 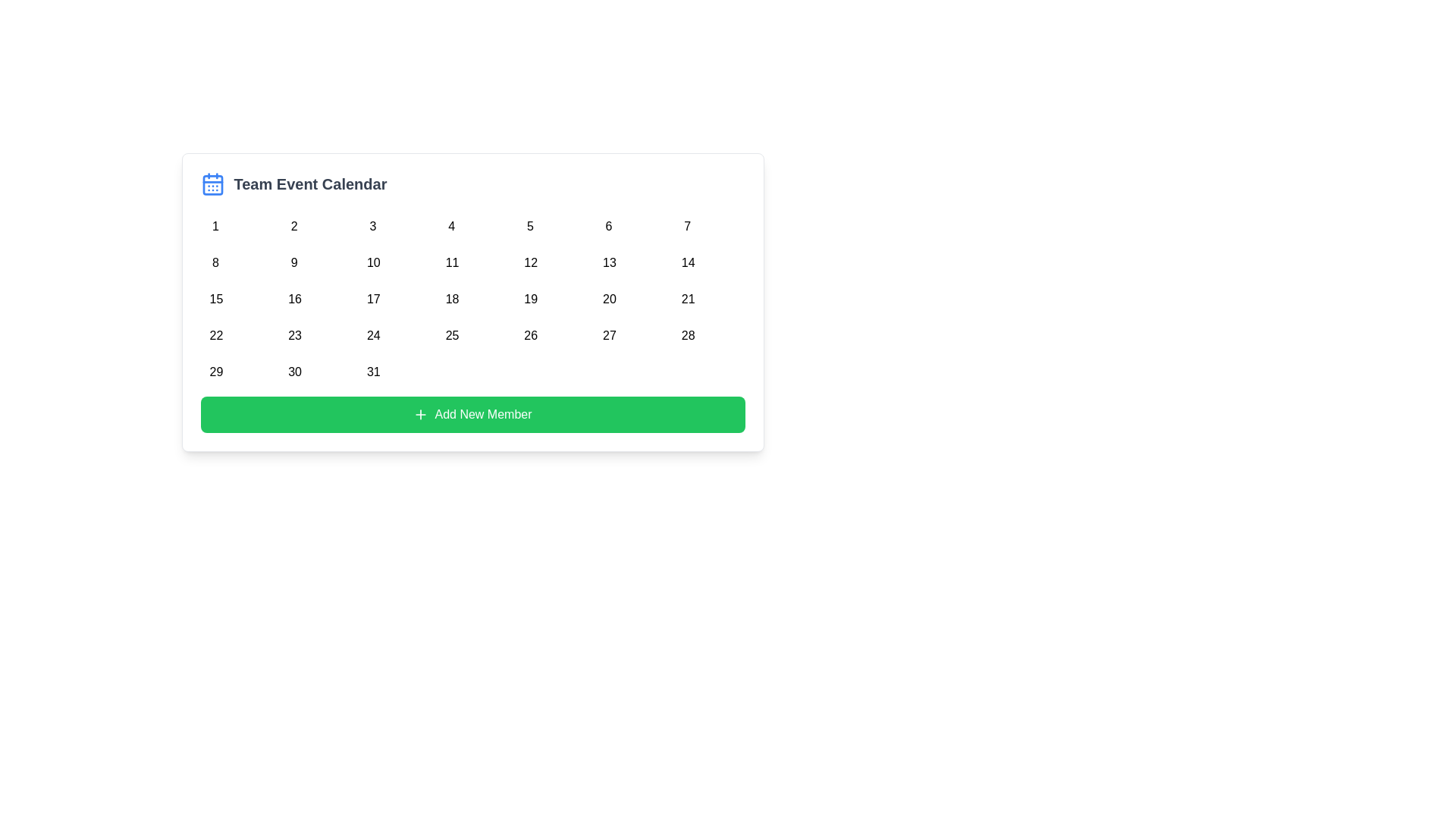 I want to click on the clickable date button displaying '28' located in the last row, fourth column of a 7-column grid, so click(x=686, y=332).